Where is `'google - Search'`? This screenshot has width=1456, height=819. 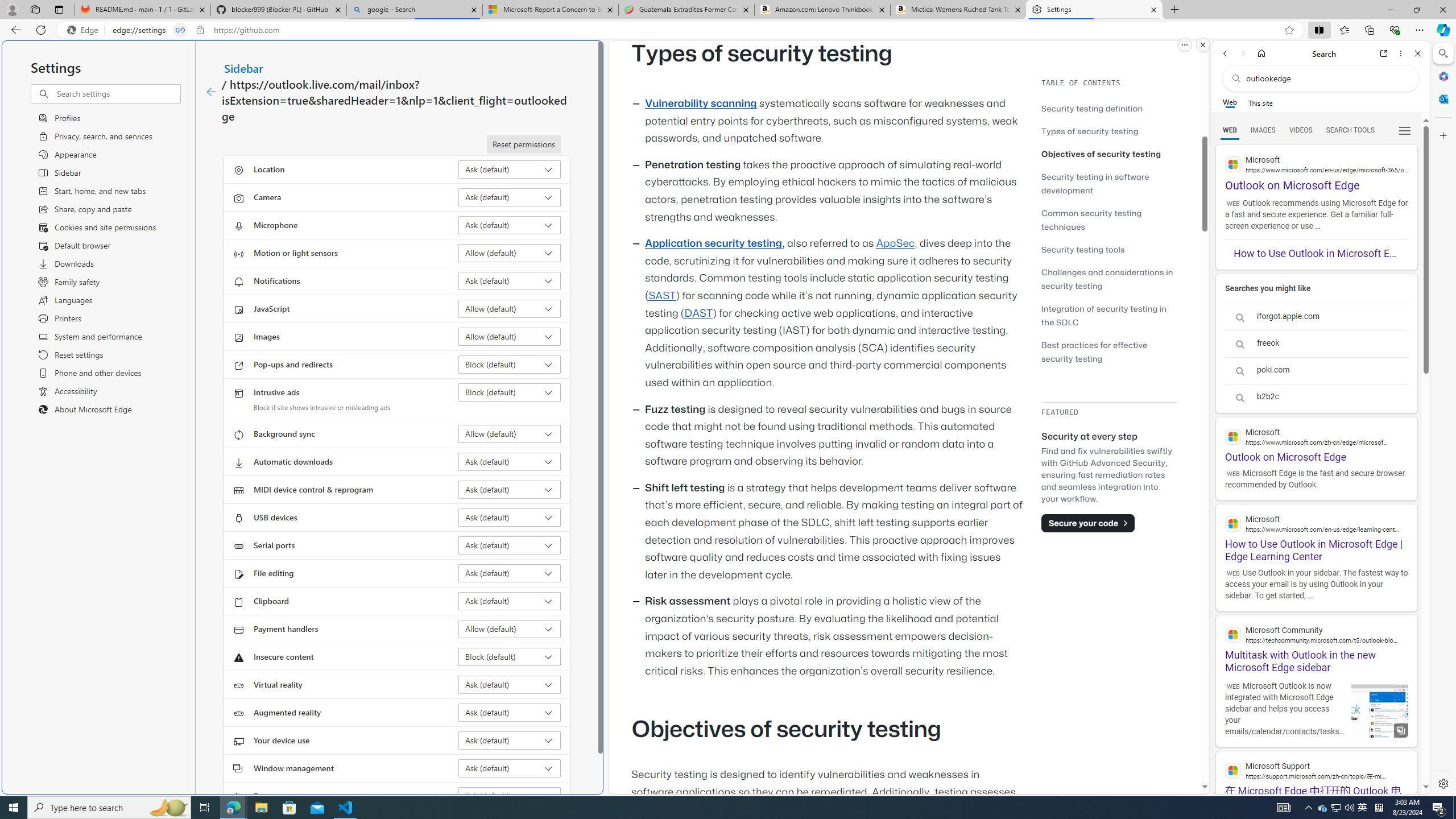 'google - Search' is located at coordinates (415, 9).